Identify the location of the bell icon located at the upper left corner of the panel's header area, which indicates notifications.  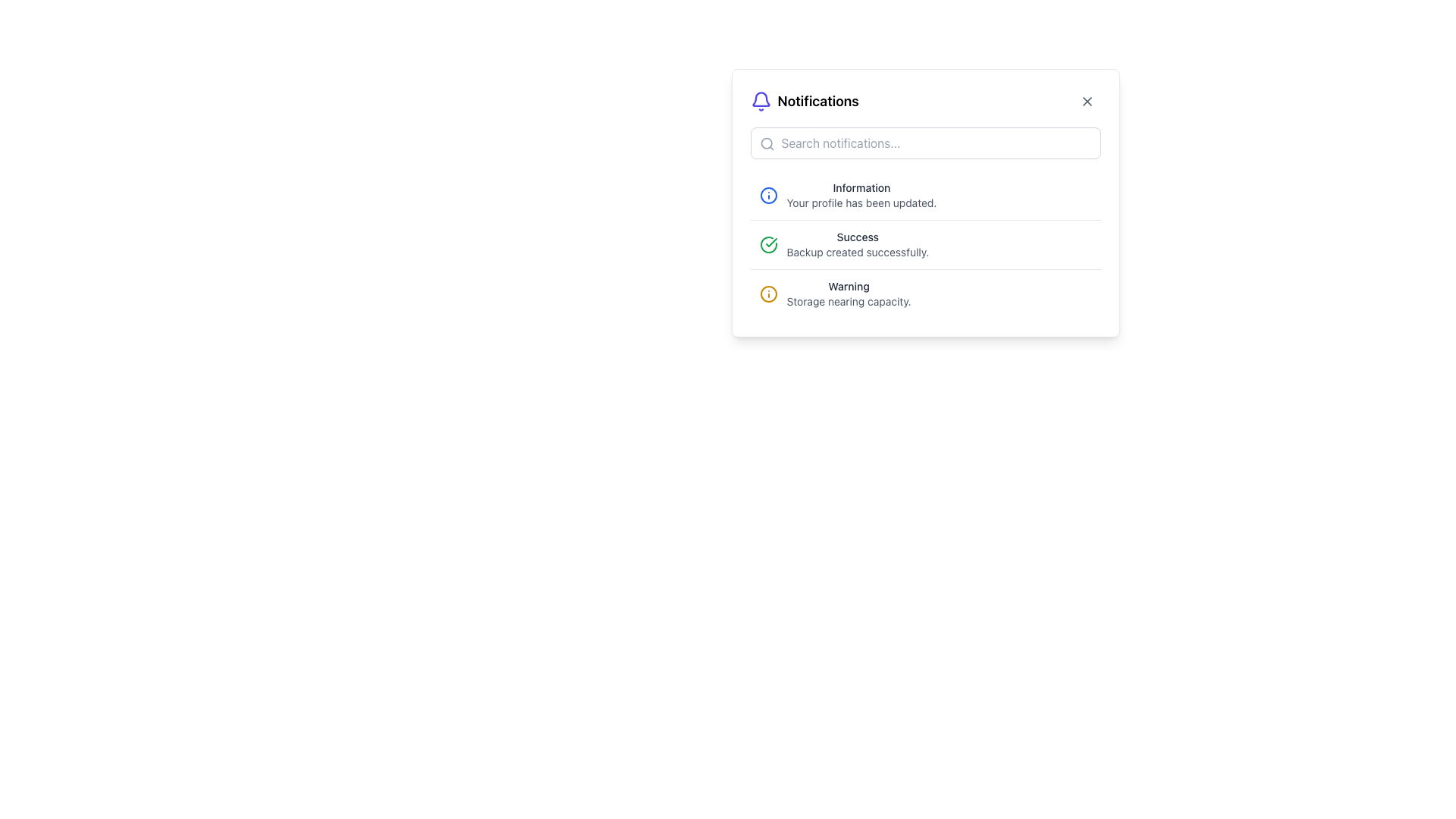
(761, 102).